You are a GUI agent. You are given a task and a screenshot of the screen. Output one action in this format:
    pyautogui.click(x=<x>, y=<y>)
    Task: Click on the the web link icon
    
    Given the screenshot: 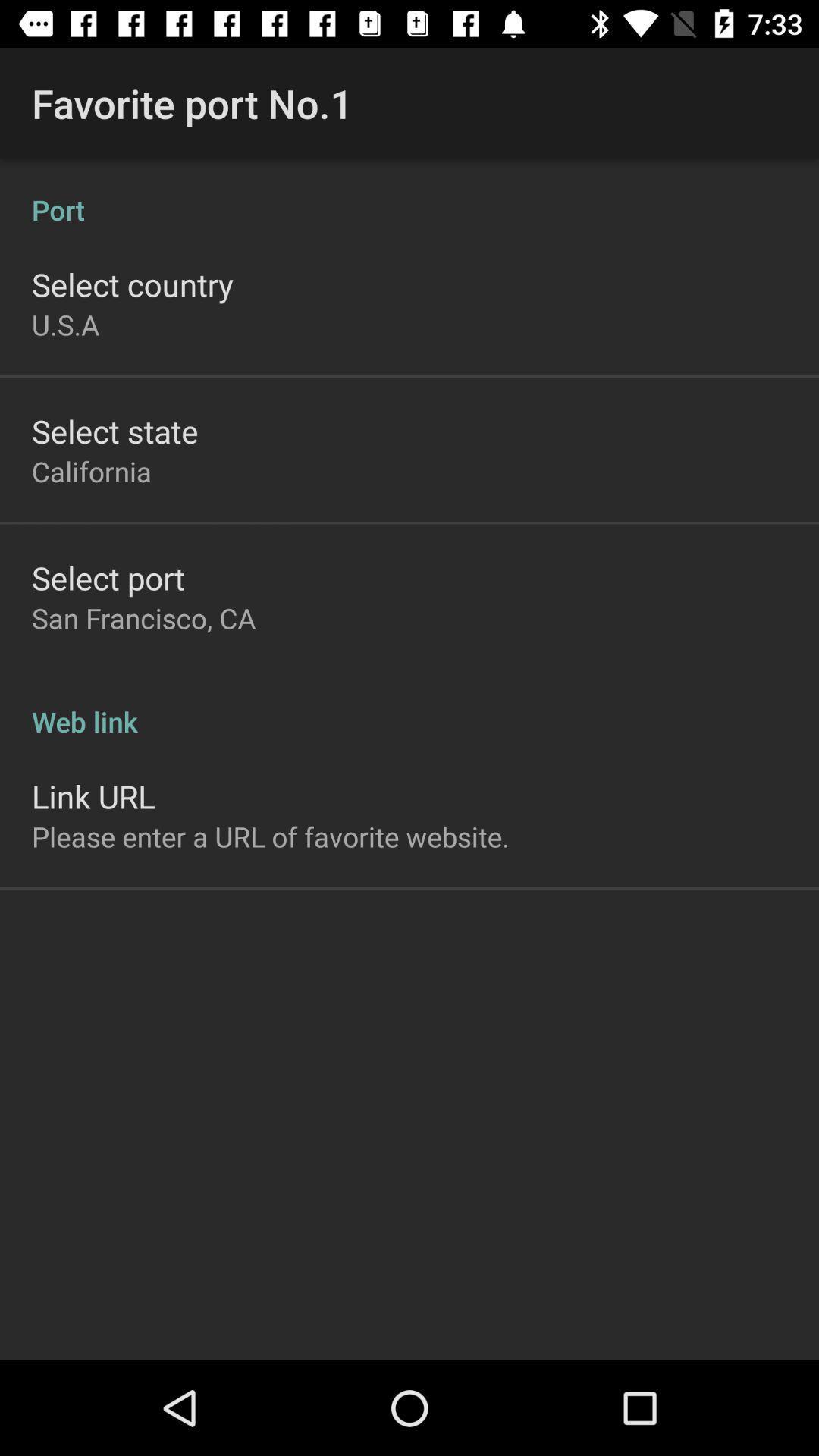 What is the action you would take?
    pyautogui.click(x=409, y=704)
    